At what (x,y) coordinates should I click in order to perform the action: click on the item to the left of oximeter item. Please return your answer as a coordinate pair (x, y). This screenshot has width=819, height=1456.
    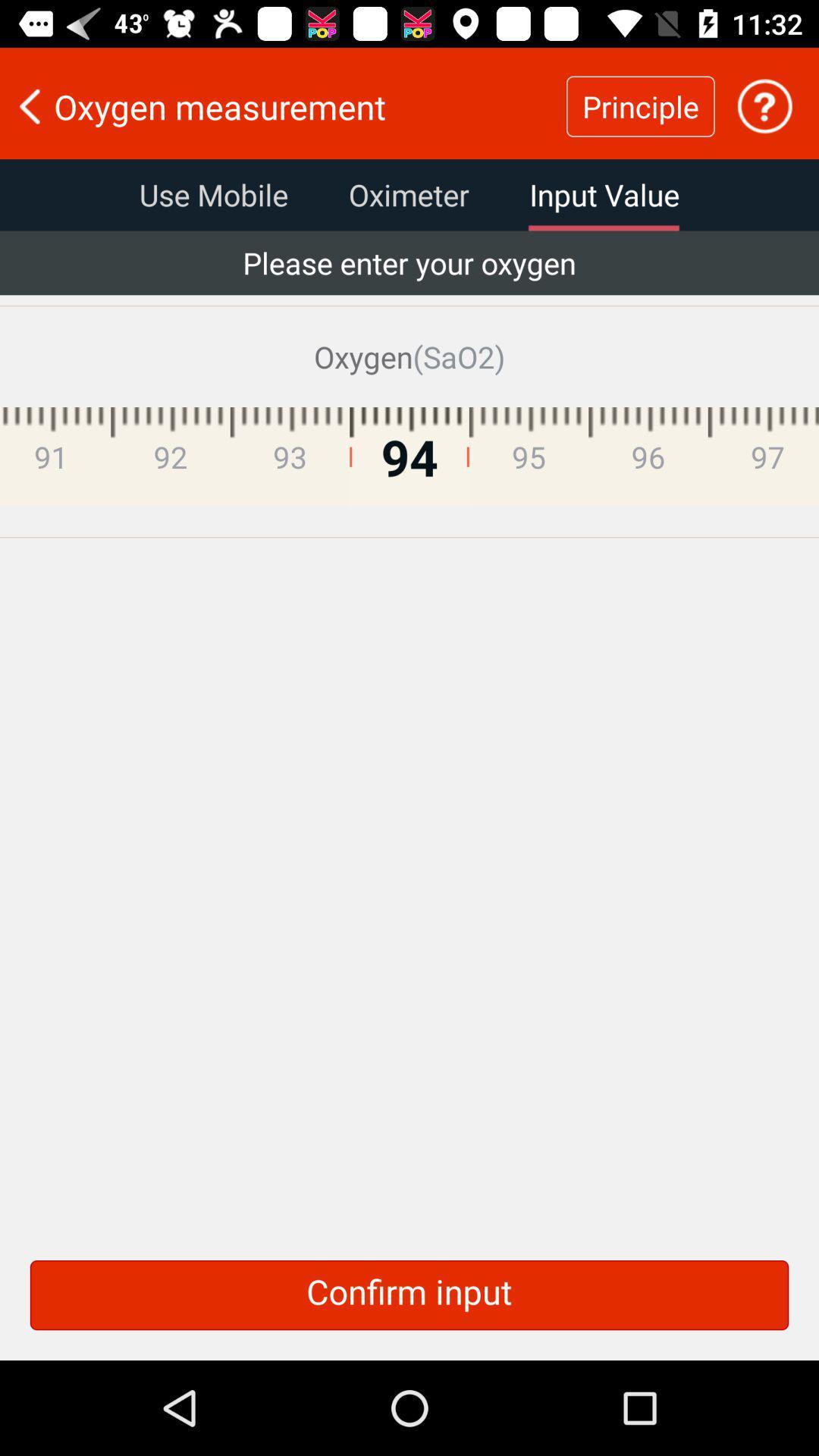
    Looking at the image, I should click on (213, 194).